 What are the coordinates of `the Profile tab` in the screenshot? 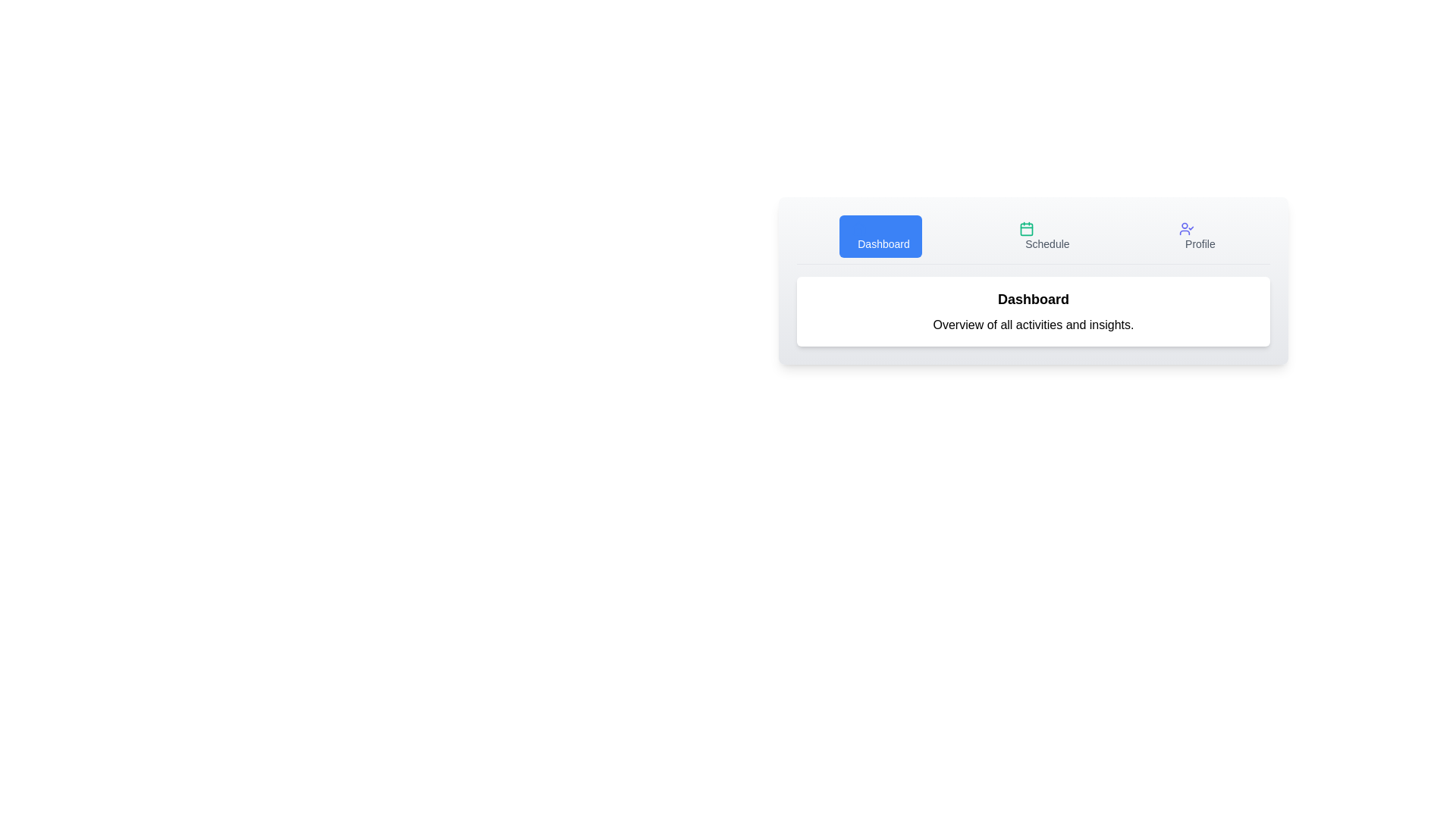 It's located at (1197, 237).